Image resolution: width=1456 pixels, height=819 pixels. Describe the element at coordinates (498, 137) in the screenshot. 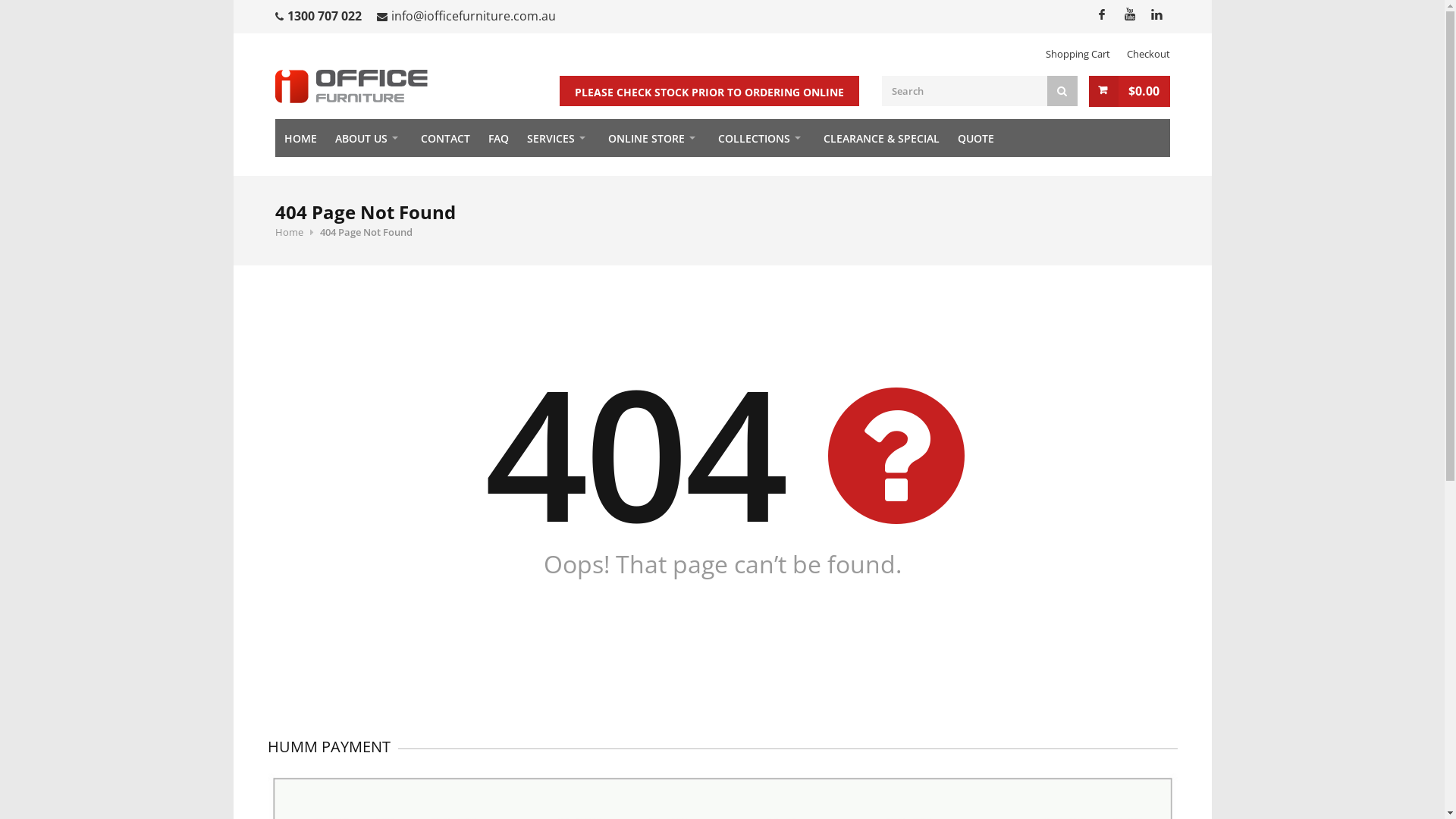

I see `'FAQ'` at that location.